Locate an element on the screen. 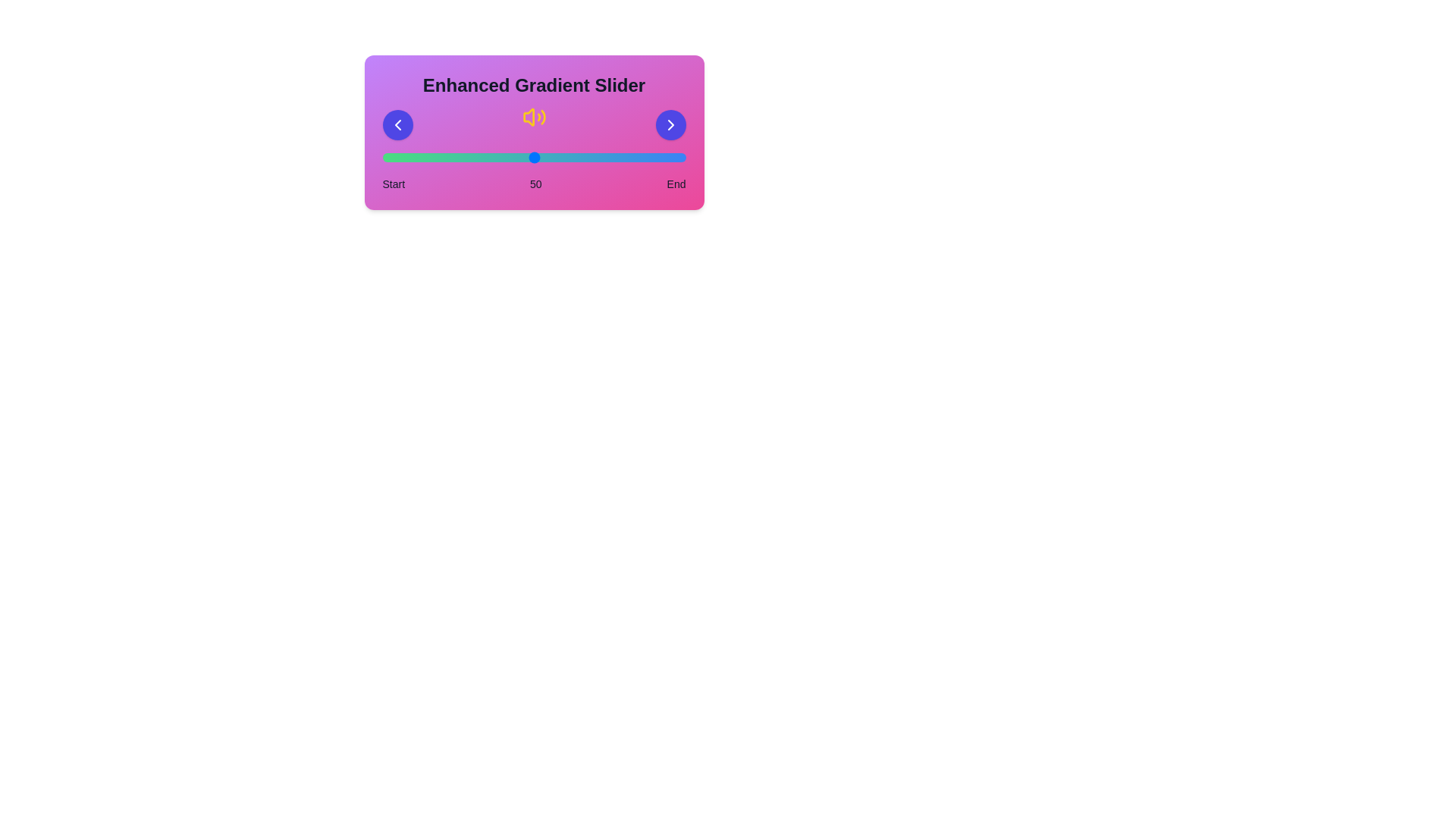  the right arrow button to increase the slider value is located at coordinates (670, 124).